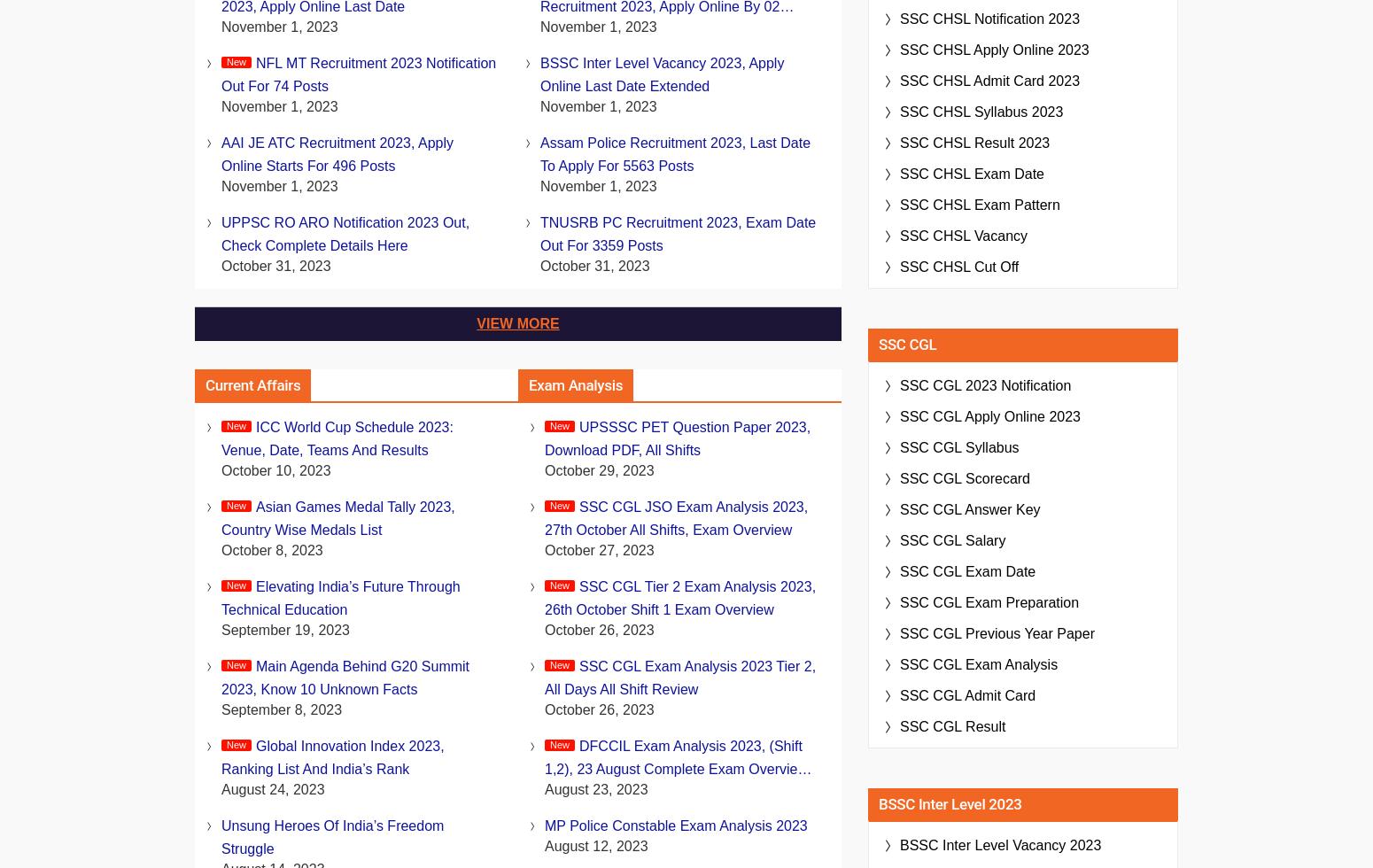 The width and height of the screenshot is (1373, 868). What do you see at coordinates (678, 234) in the screenshot?
I see `'TNUSRB PC Recruitment 2023, Exam Date Out For 3359 Posts'` at bounding box center [678, 234].